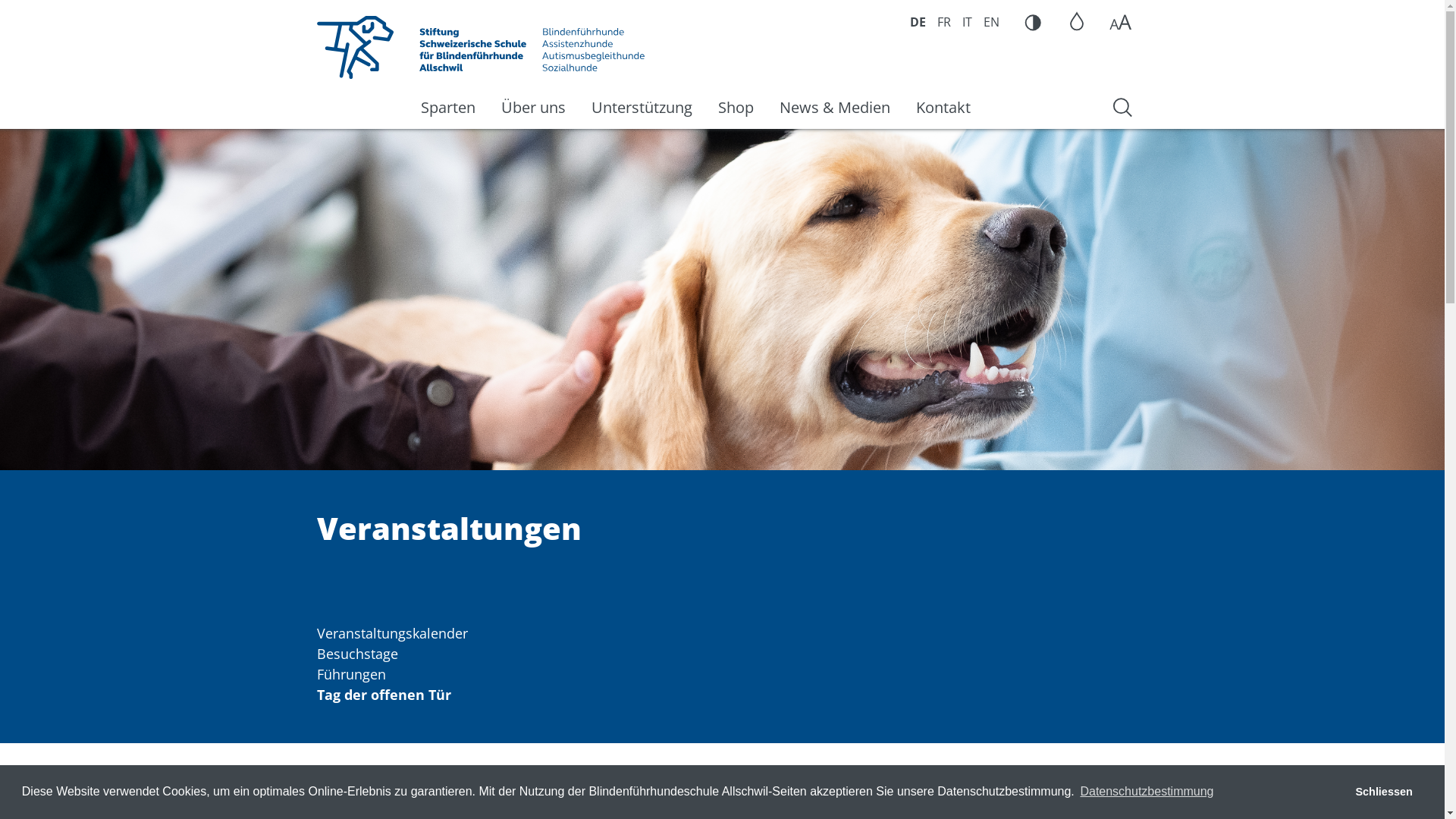 The image size is (1456, 819). I want to click on 'IT', so click(966, 22).